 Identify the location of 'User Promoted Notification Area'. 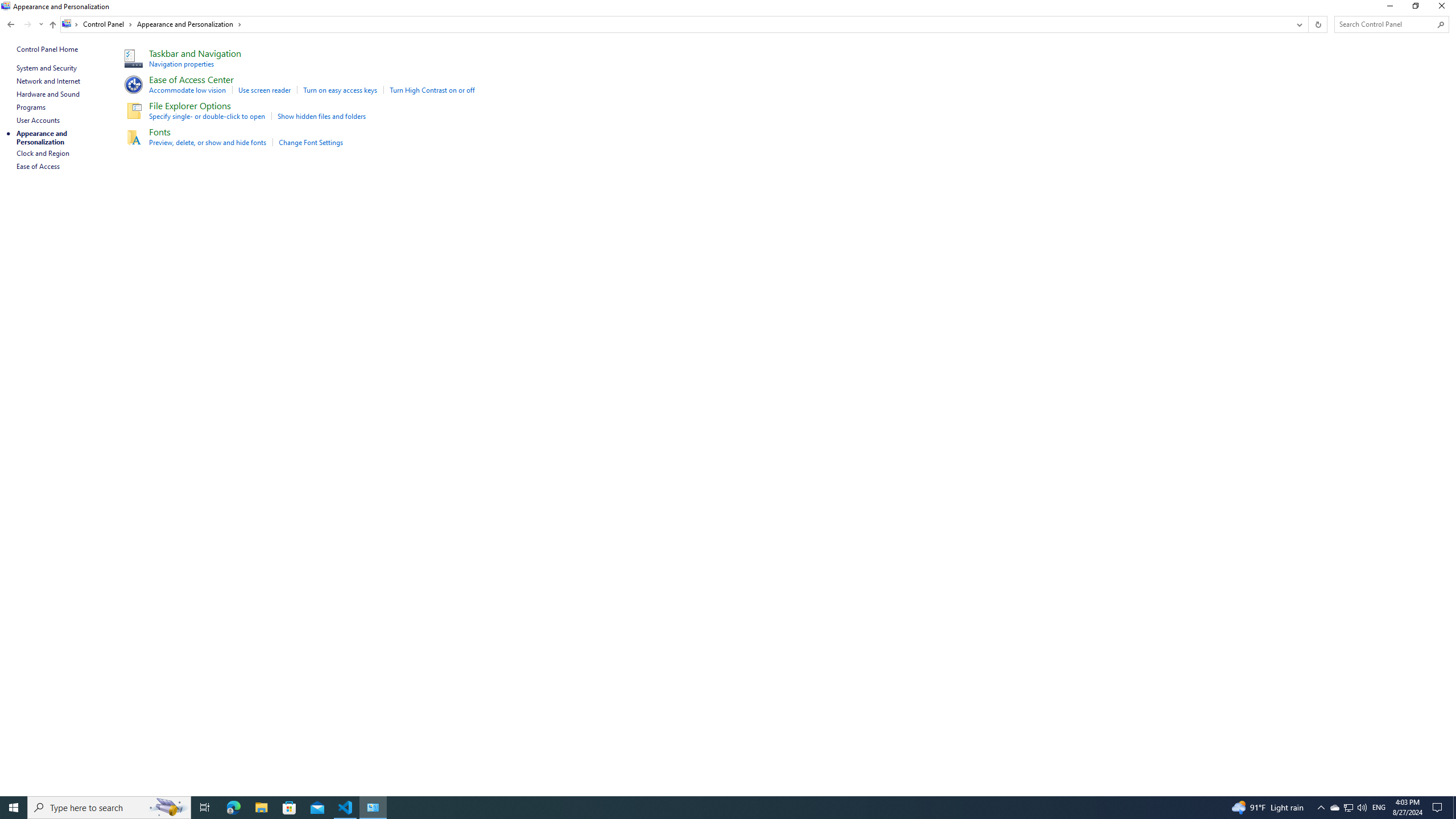
(1347, 806).